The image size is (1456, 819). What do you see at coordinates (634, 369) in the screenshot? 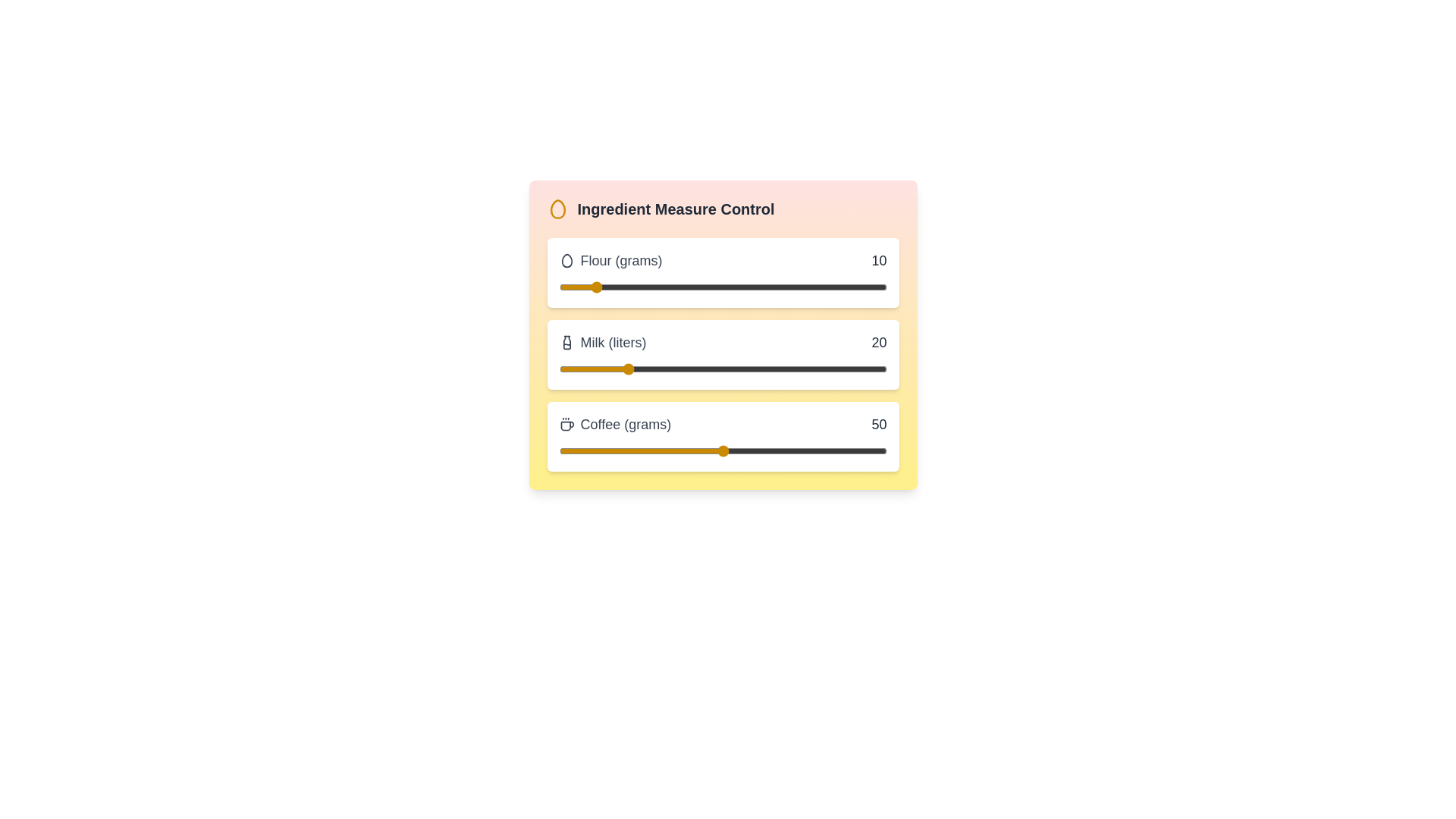
I see `the milk slider` at bounding box center [634, 369].